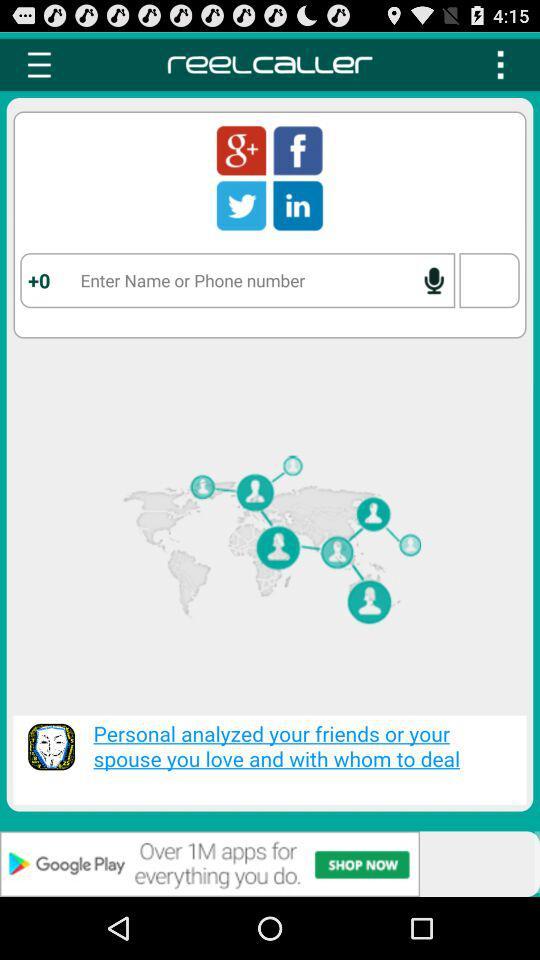 This screenshot has width=540, height=960. I want to click on the image below phone number, so click(270, 549).